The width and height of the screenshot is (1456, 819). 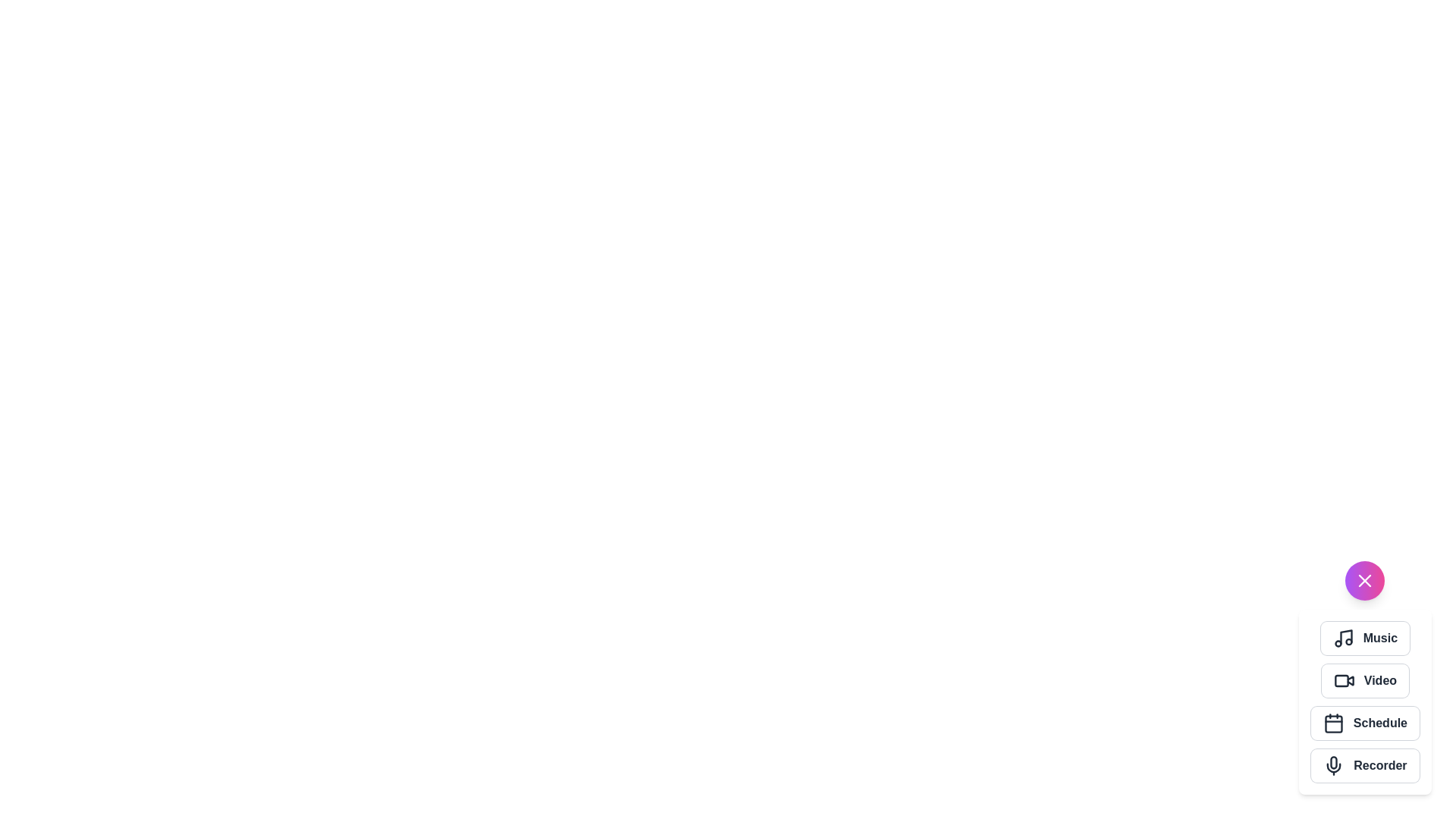 I want to click on the 'Recorder' button to select the Recorder action, so click(x=1365, y=766).